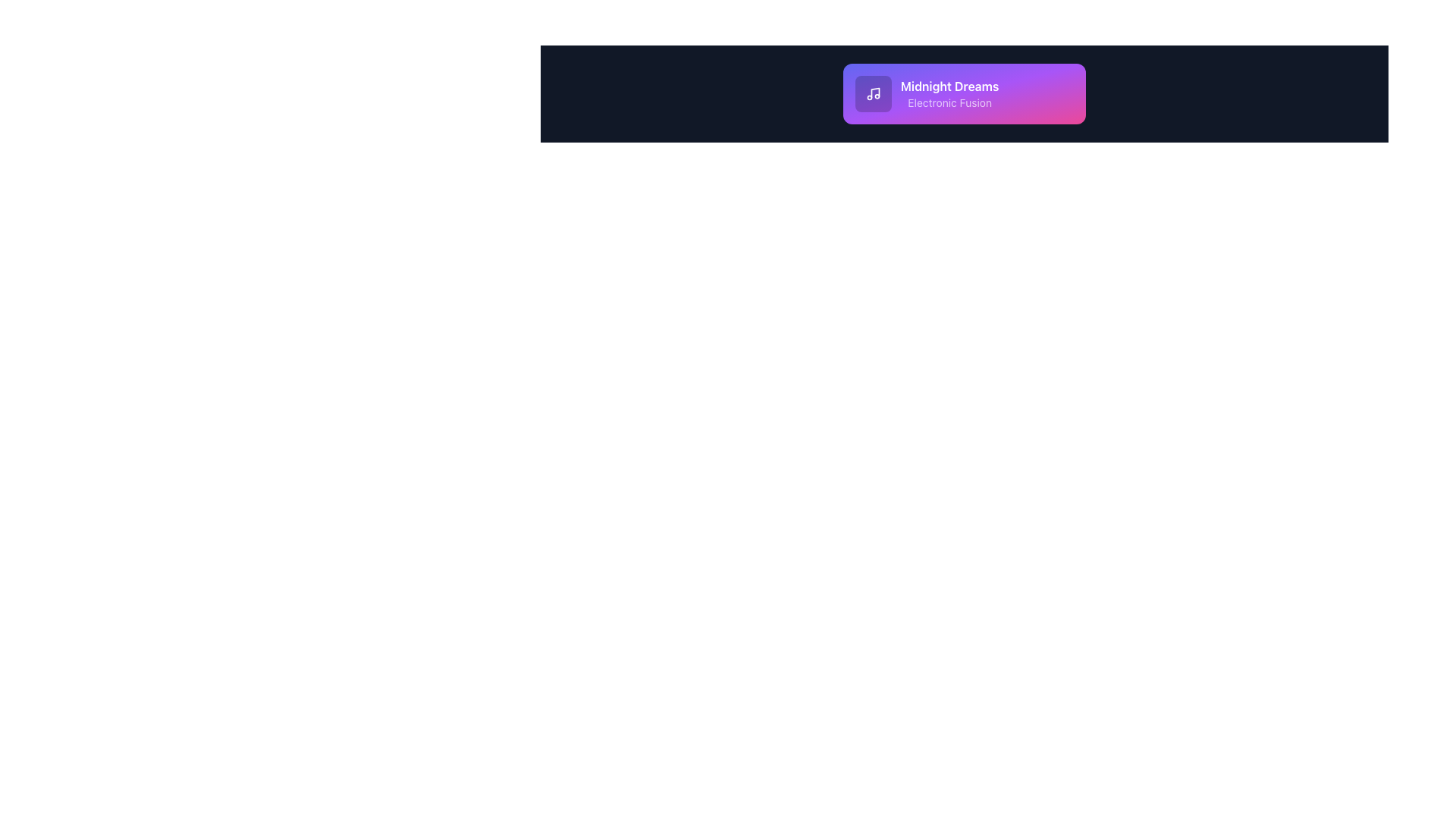  I want to click on the musical note icon with a white outline on a purple background, located before the text 'Midnight Dreams.', so click(874, 93).